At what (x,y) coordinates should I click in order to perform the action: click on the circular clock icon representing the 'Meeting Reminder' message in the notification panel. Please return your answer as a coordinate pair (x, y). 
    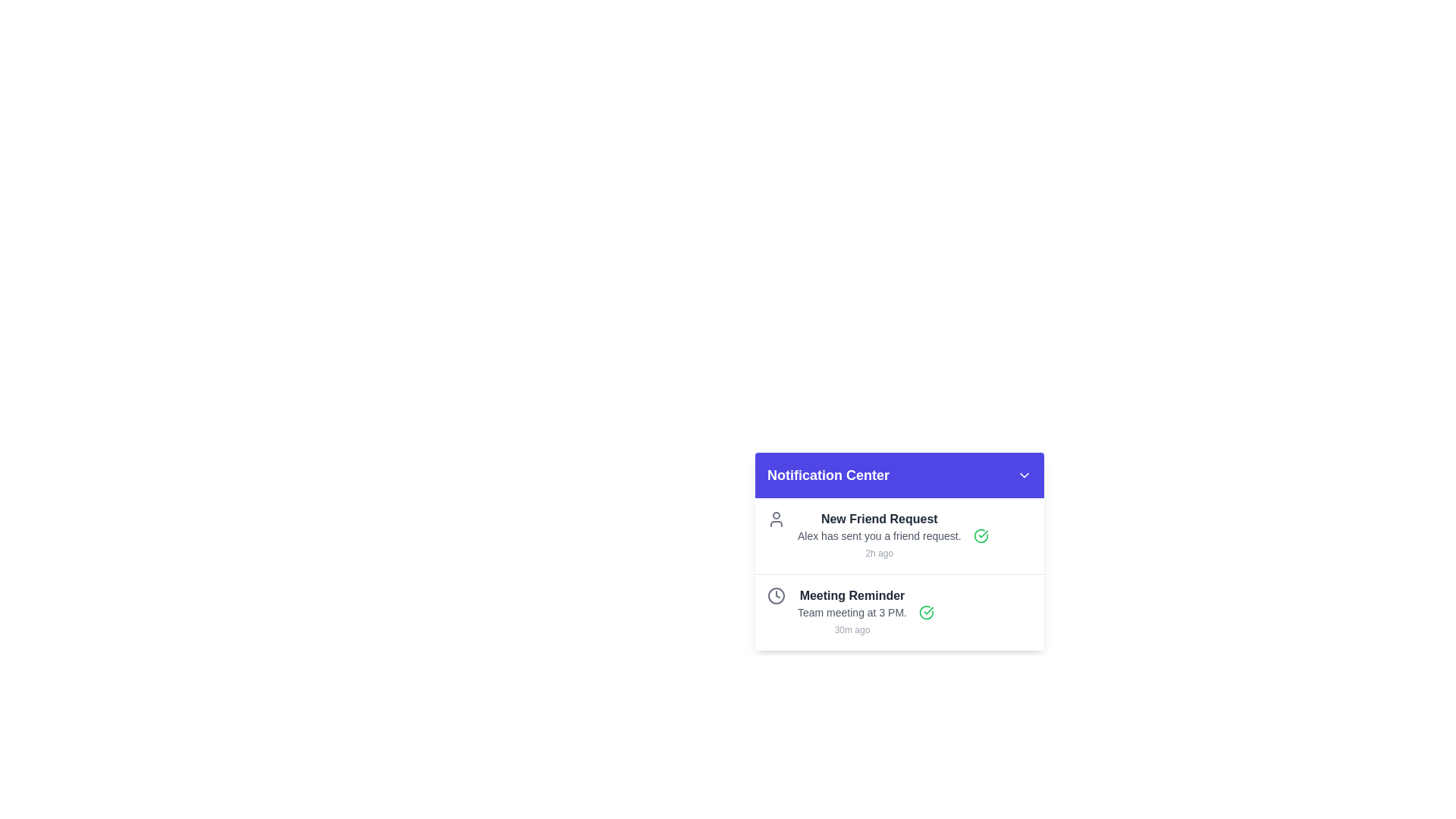
    Looking at the image, I should click on (776, 595).